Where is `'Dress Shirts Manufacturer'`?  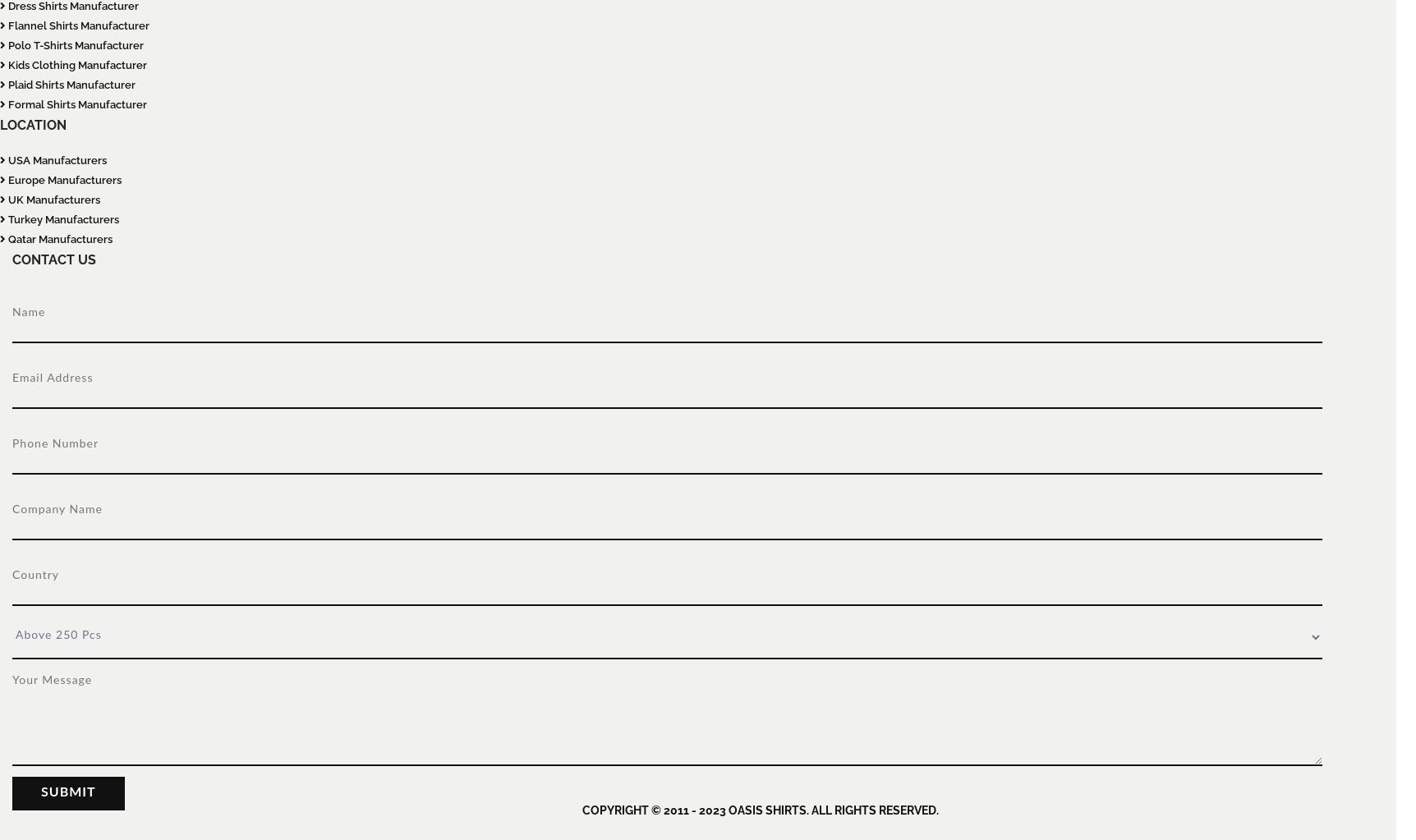
'Dress Shirts Manufacturer' is located at coordinates (6, 6).